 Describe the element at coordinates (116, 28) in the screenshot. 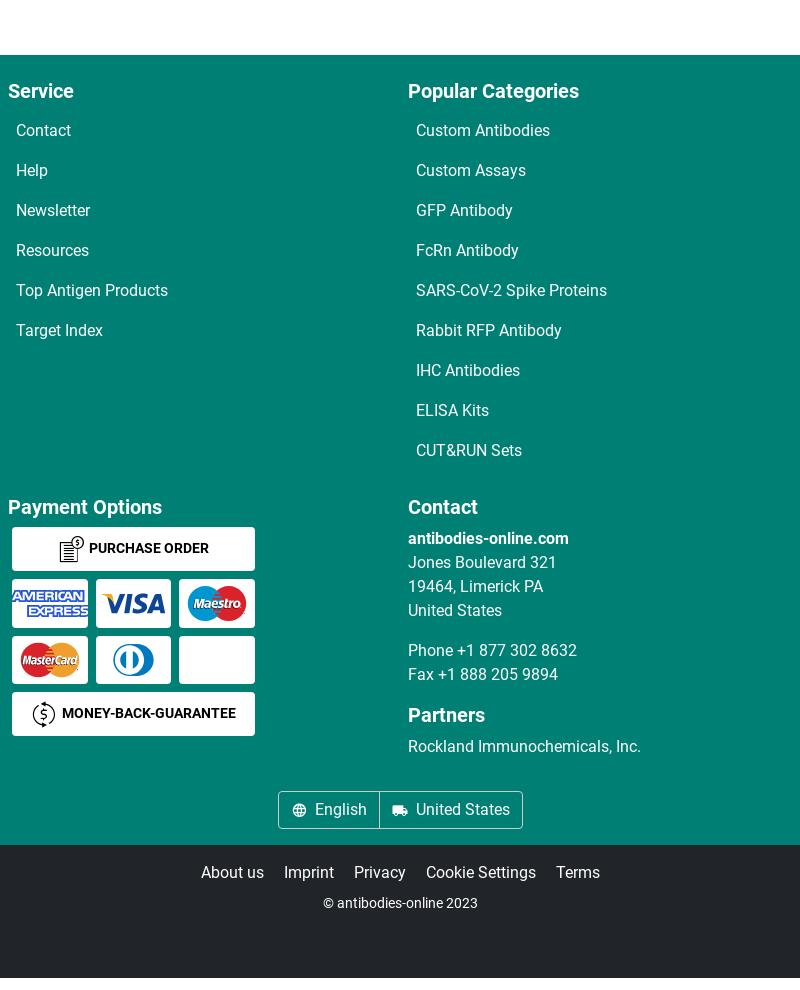

I see `'DCYAP1R1 ELISA Kits'` at that location.